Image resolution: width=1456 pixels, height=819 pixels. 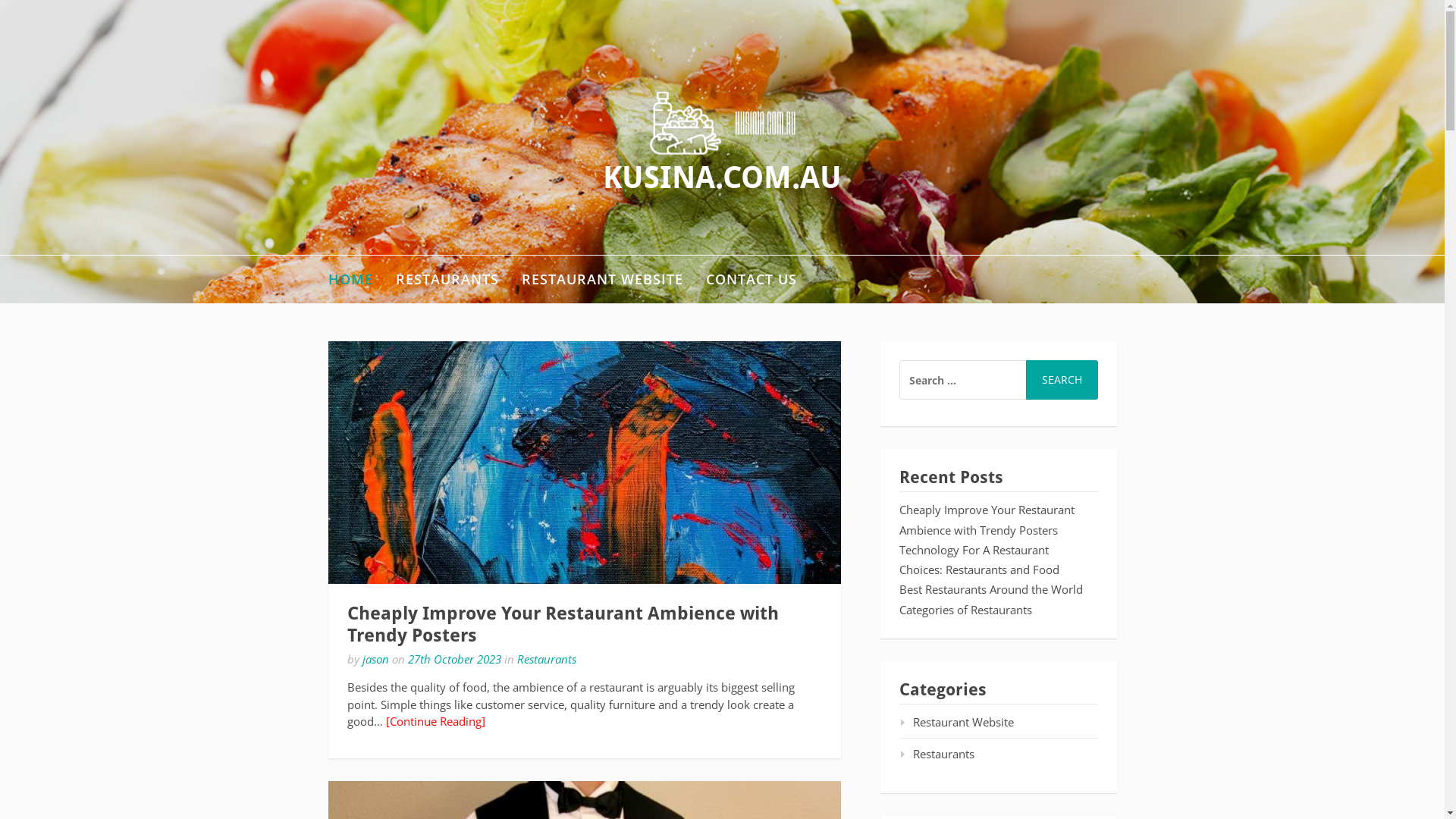 What do you see at coordinates (979, 570) in the screenshot?
I see `'Choices: Restaurants and Food'` at bounding box center [979, 570].